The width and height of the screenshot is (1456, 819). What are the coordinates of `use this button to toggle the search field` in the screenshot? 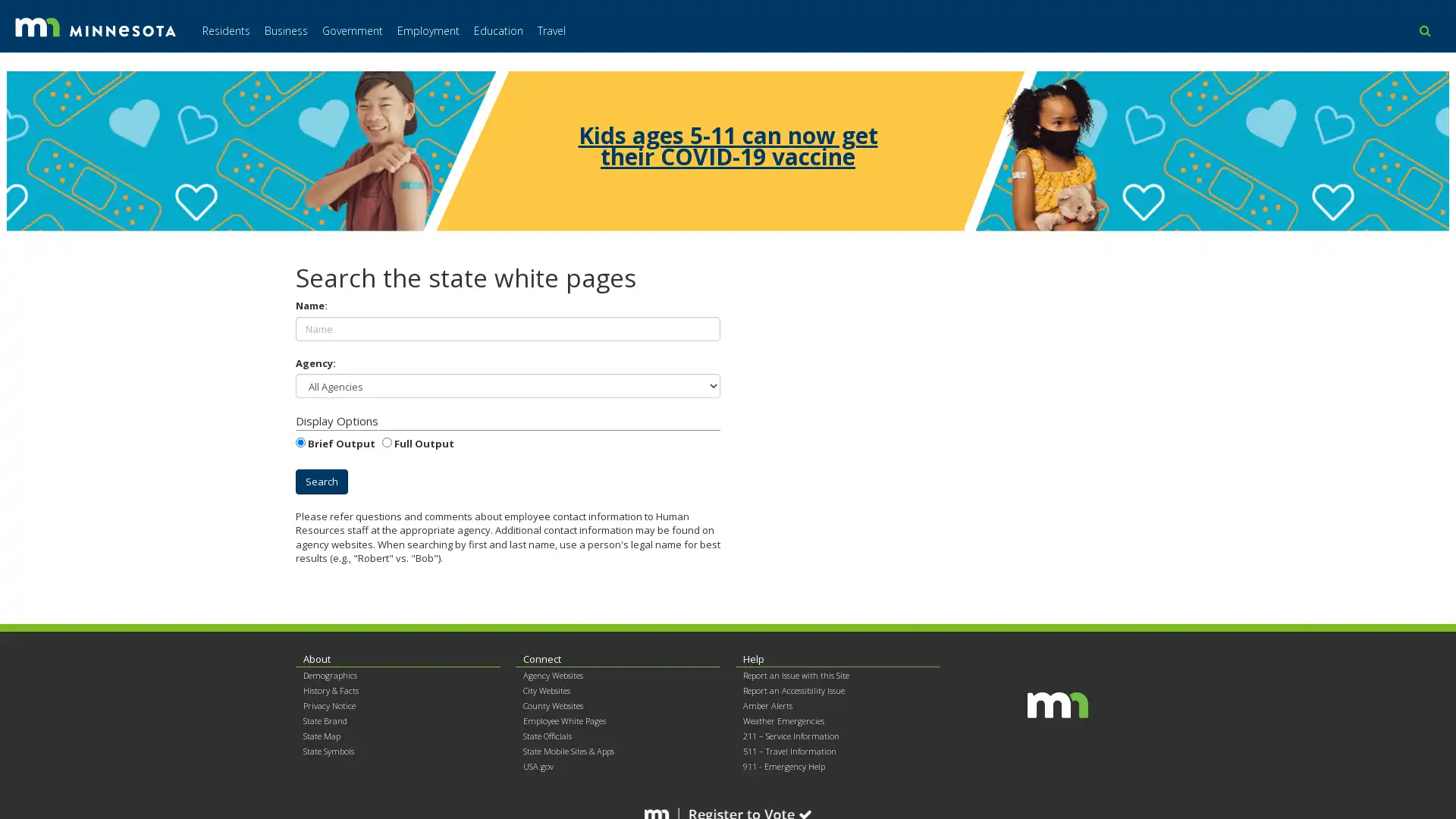 It's located at (1424, 30).